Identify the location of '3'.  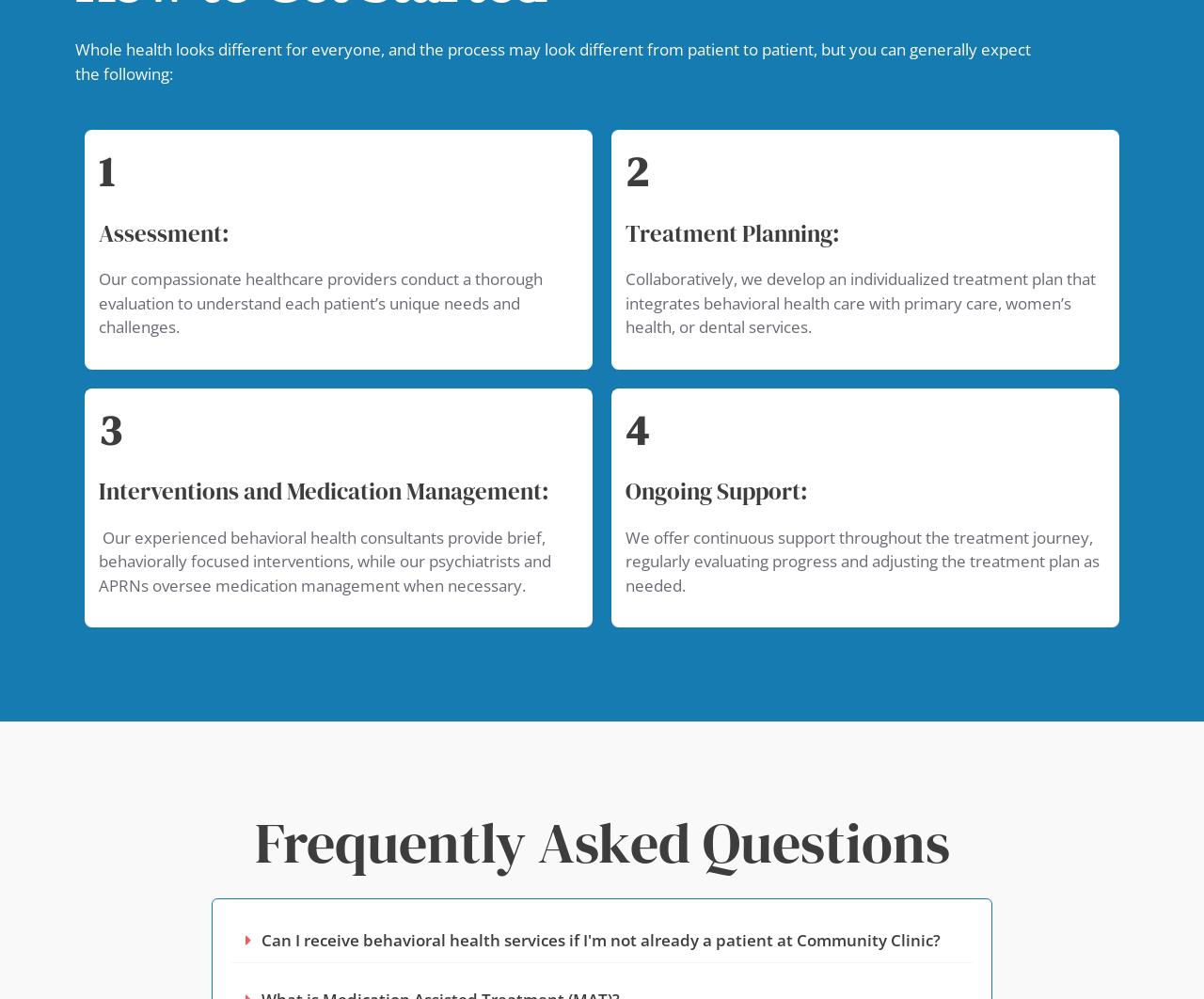
(108, 428).